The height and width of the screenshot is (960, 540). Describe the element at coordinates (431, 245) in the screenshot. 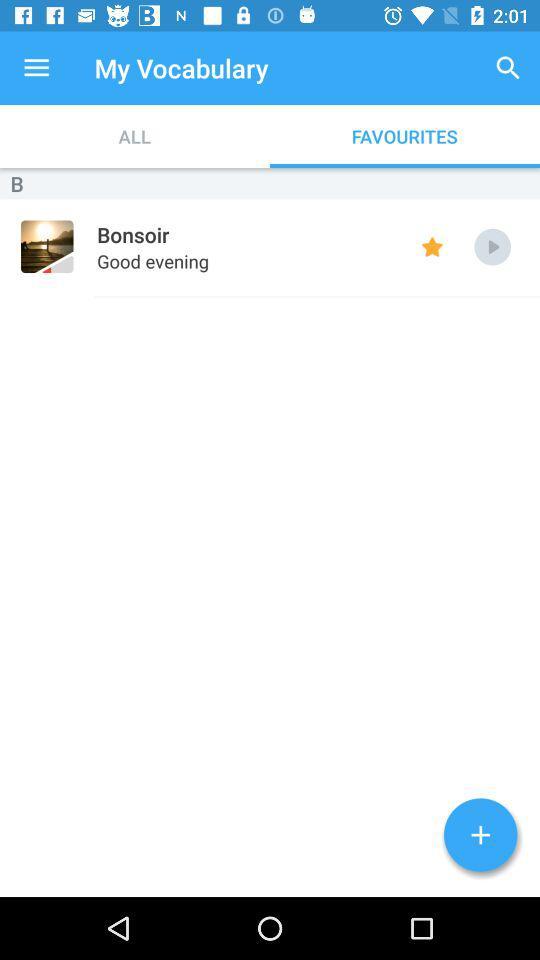

I see `favourites keys` at that location.